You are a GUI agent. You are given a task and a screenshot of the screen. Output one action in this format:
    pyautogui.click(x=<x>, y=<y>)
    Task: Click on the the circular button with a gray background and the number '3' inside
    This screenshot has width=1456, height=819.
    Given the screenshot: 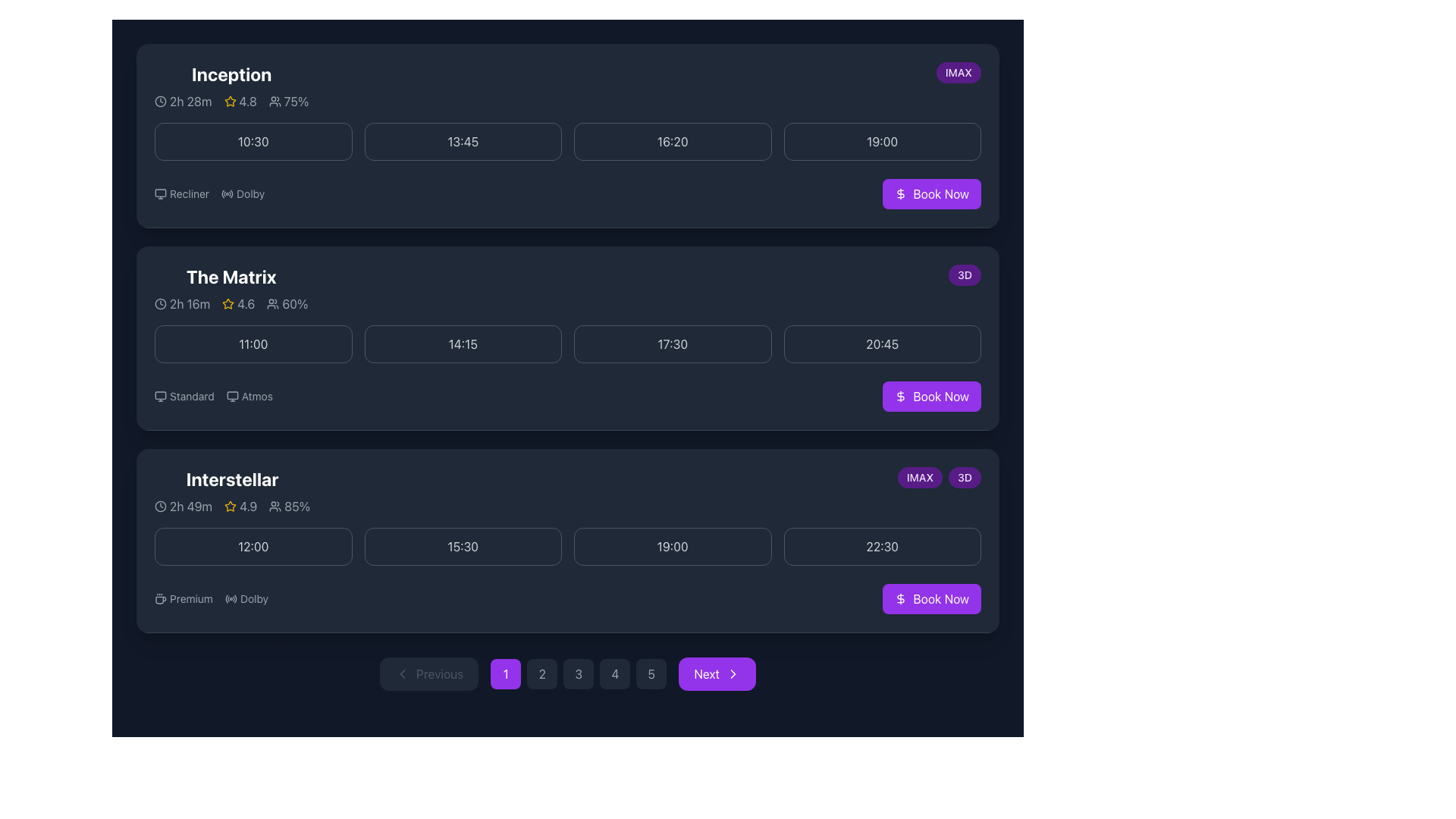 What is the action you would take?
    pyautogui.click(x=578, y=673)
    